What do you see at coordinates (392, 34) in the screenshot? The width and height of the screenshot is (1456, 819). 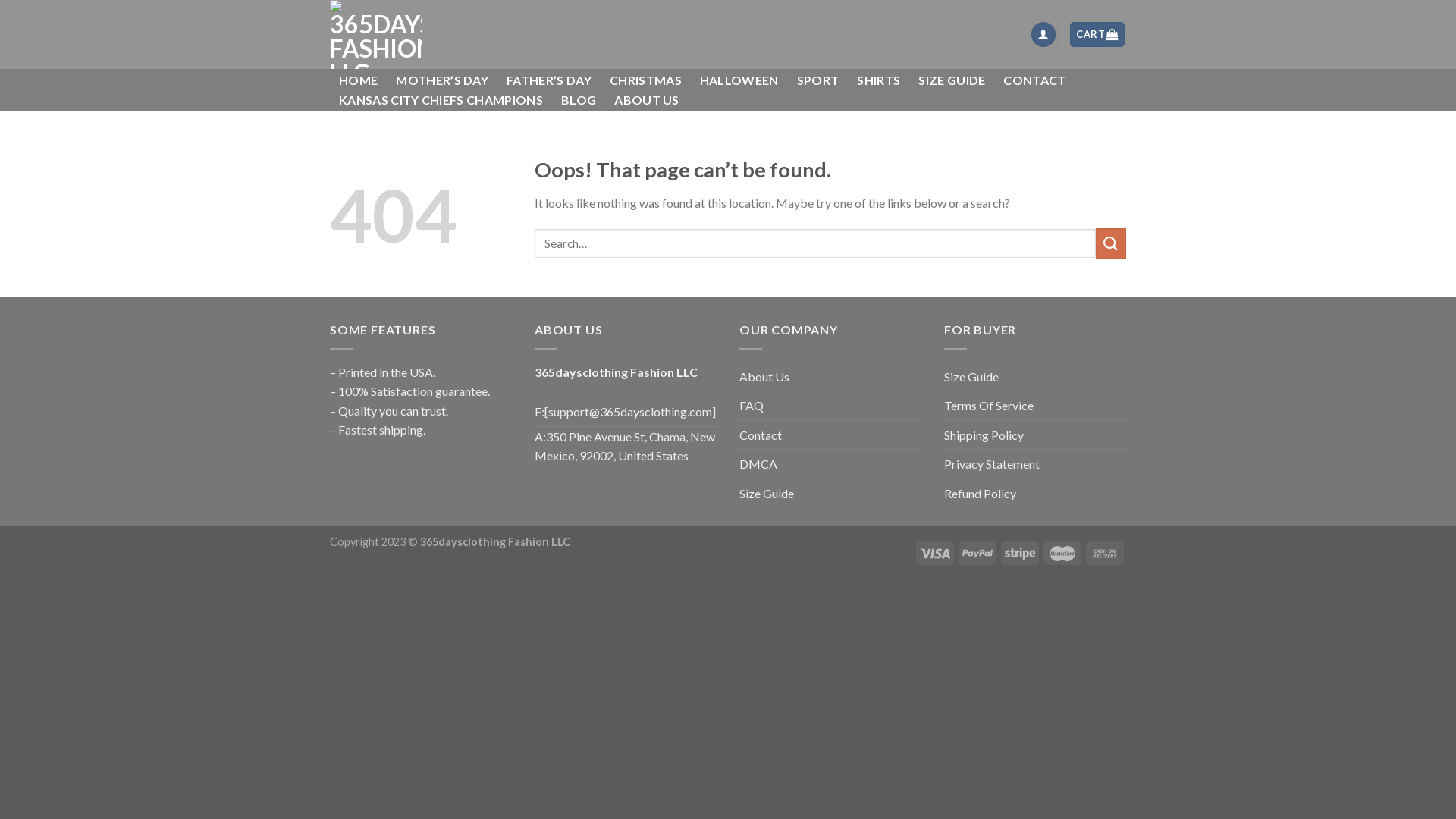 I see `'365daysclothing Fashion LLC - 365daysclothing Fashion LLC'` at bounding box center [392, 34].